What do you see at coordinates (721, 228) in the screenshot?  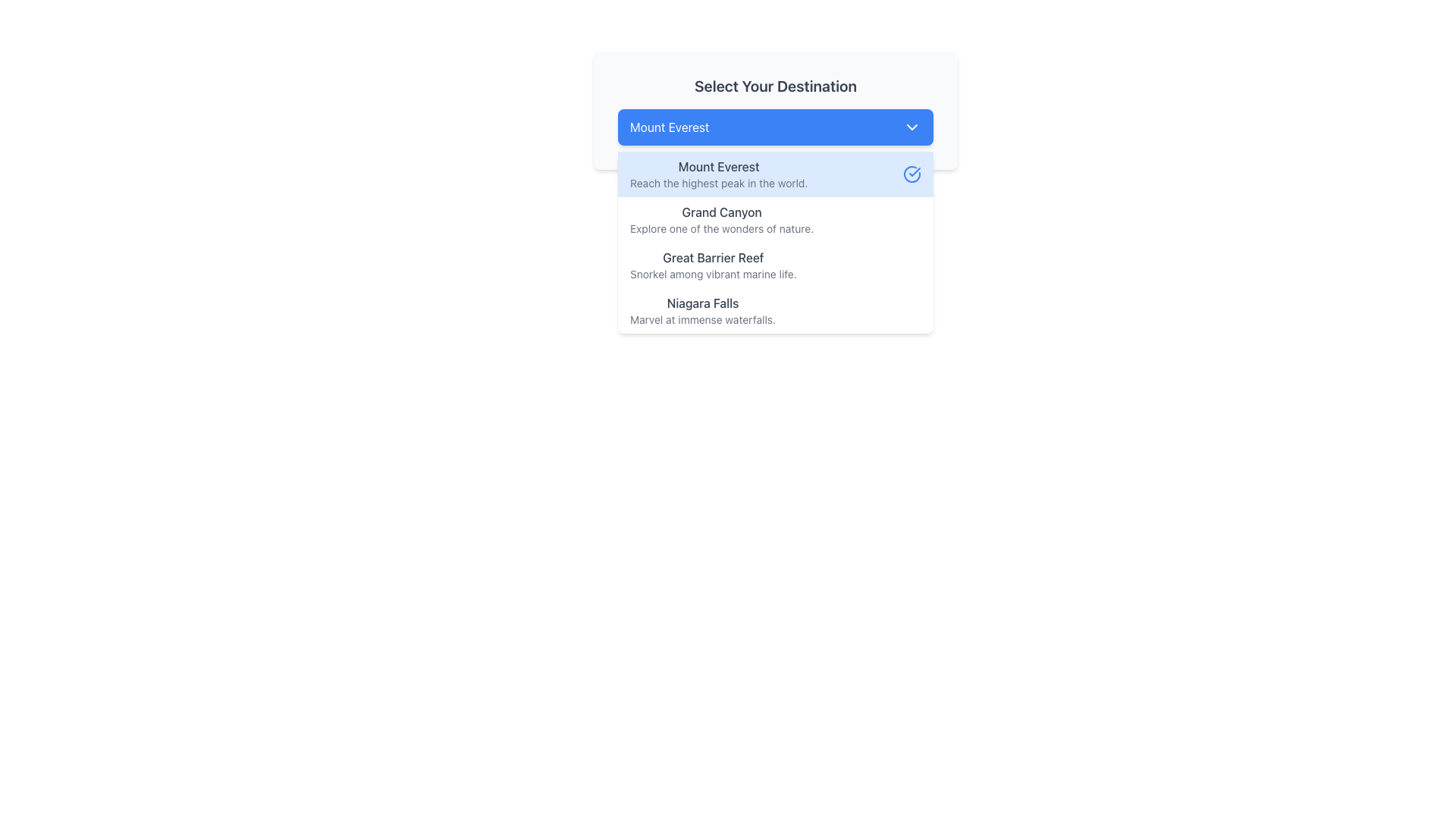 I see `the static descriptive text reading 'Explore one of the wonders of nature.' located under the 'Grand Canyon' heading in the dropdown menu` at bounding box center [721, 228].